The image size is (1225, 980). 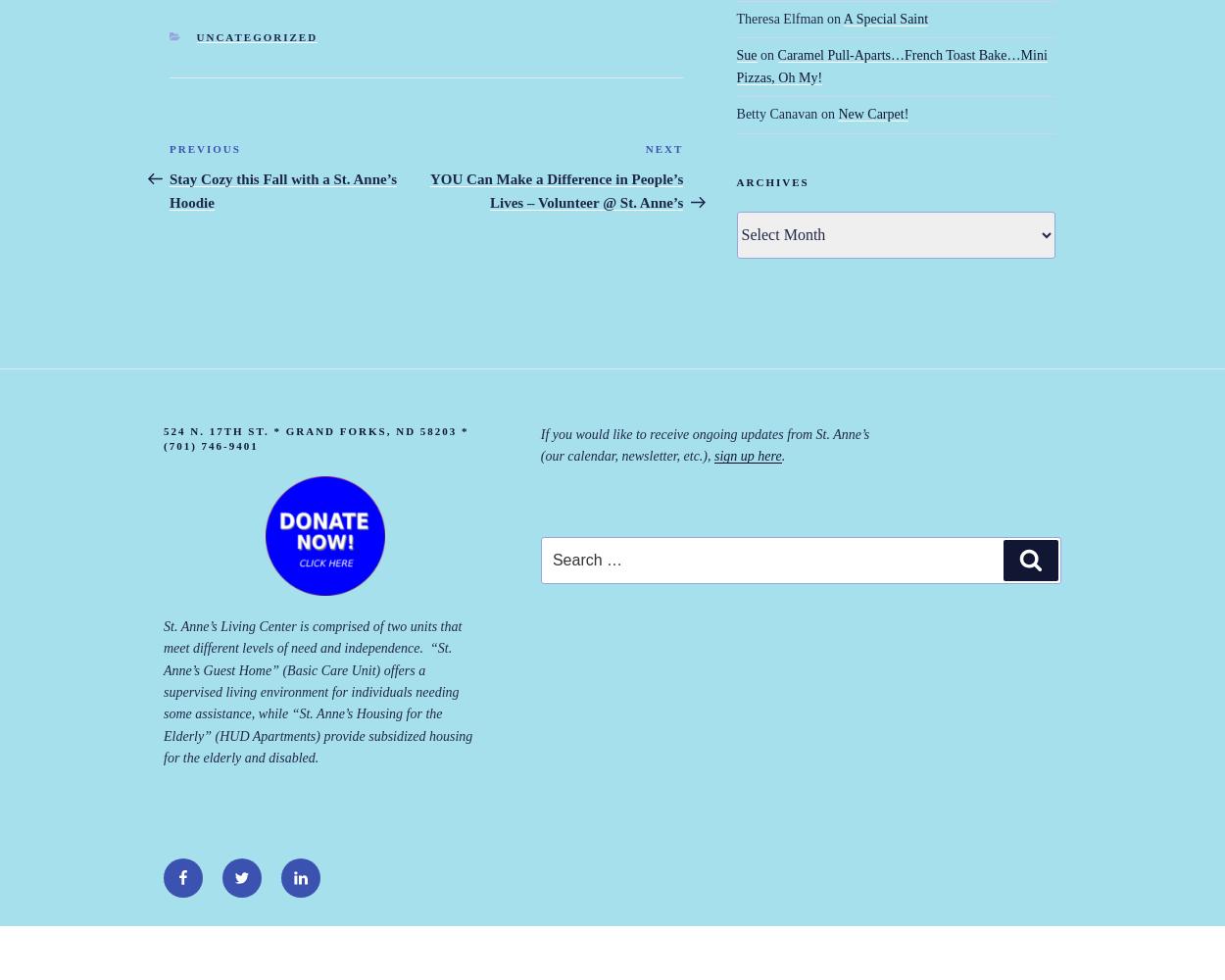 I want to click on 'sign up here', so click(x=748, y=455).